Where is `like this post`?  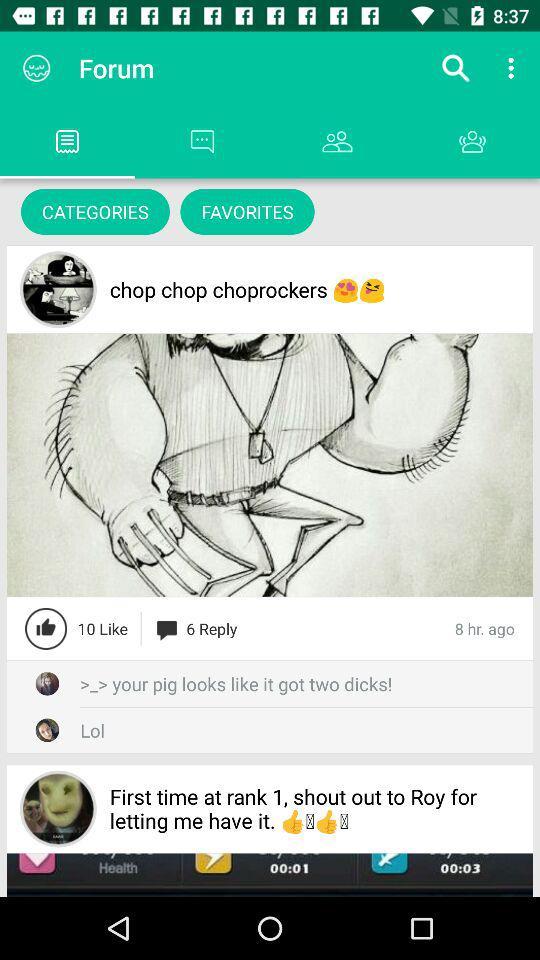 like this post is located at coordinates (46, 627).